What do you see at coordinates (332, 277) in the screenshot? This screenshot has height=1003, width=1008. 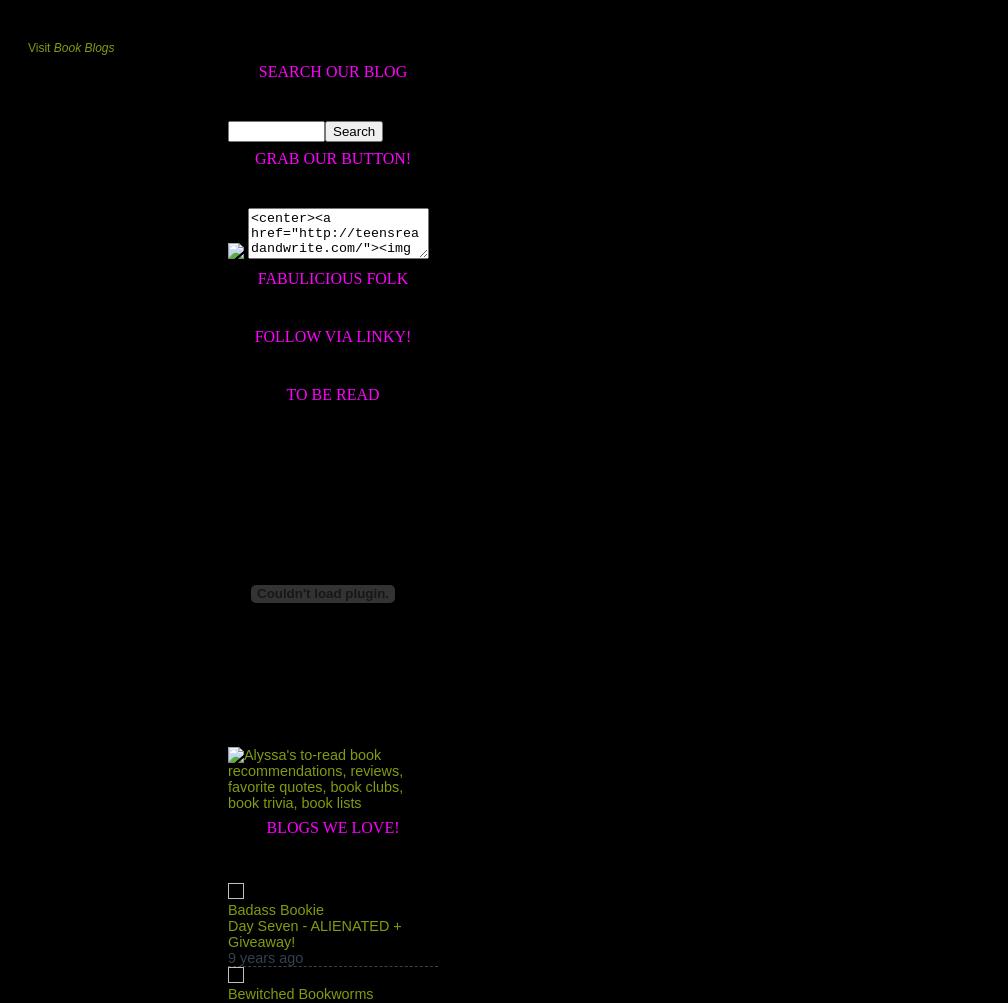 I see `'Fabulicious Folk'` at bounding box center [332, 277].